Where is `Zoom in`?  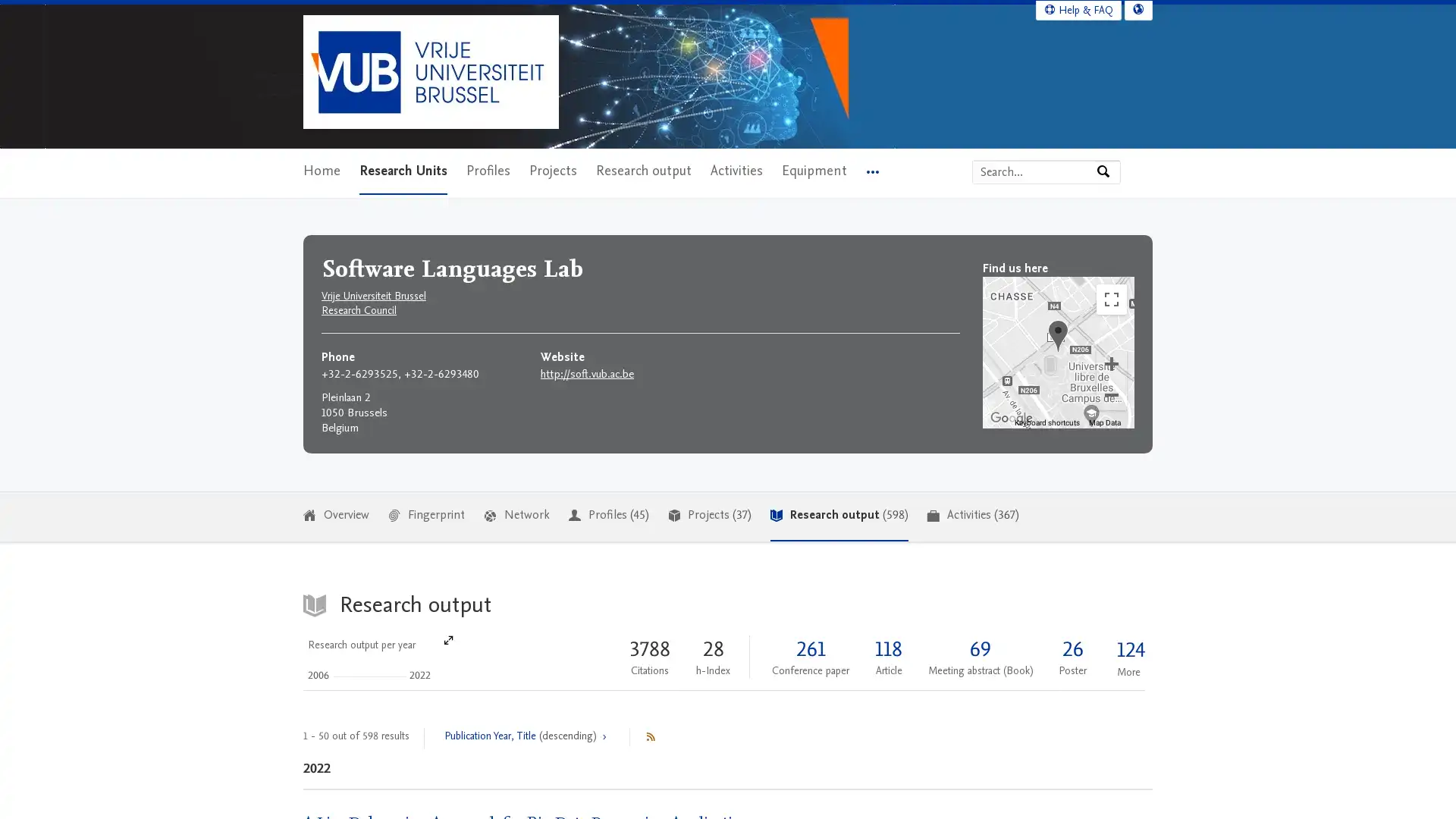
Zoom in is located at coordinates (1111, 362).